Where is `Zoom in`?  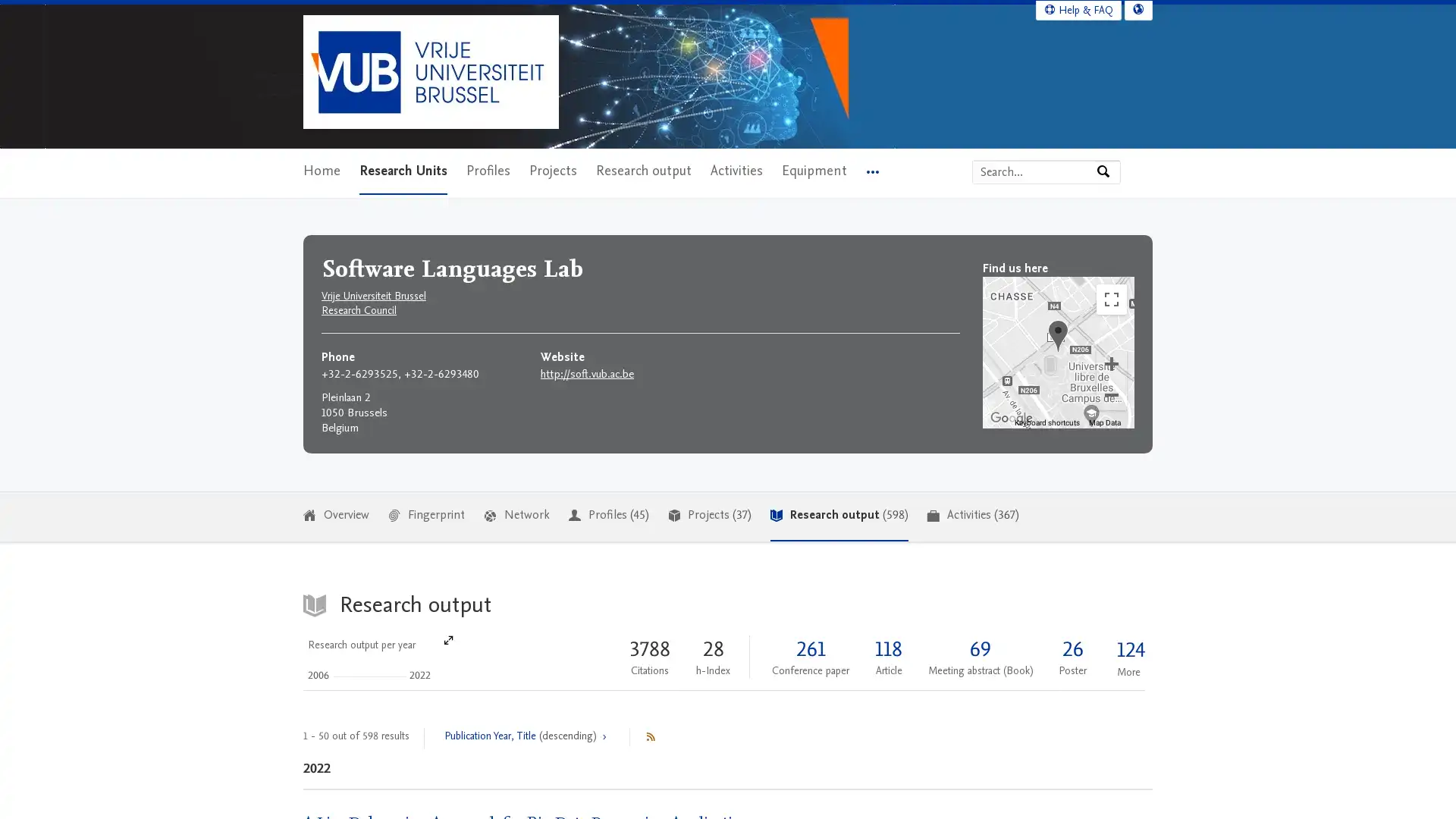
Zoom in is located at coordinates (1111, 362).